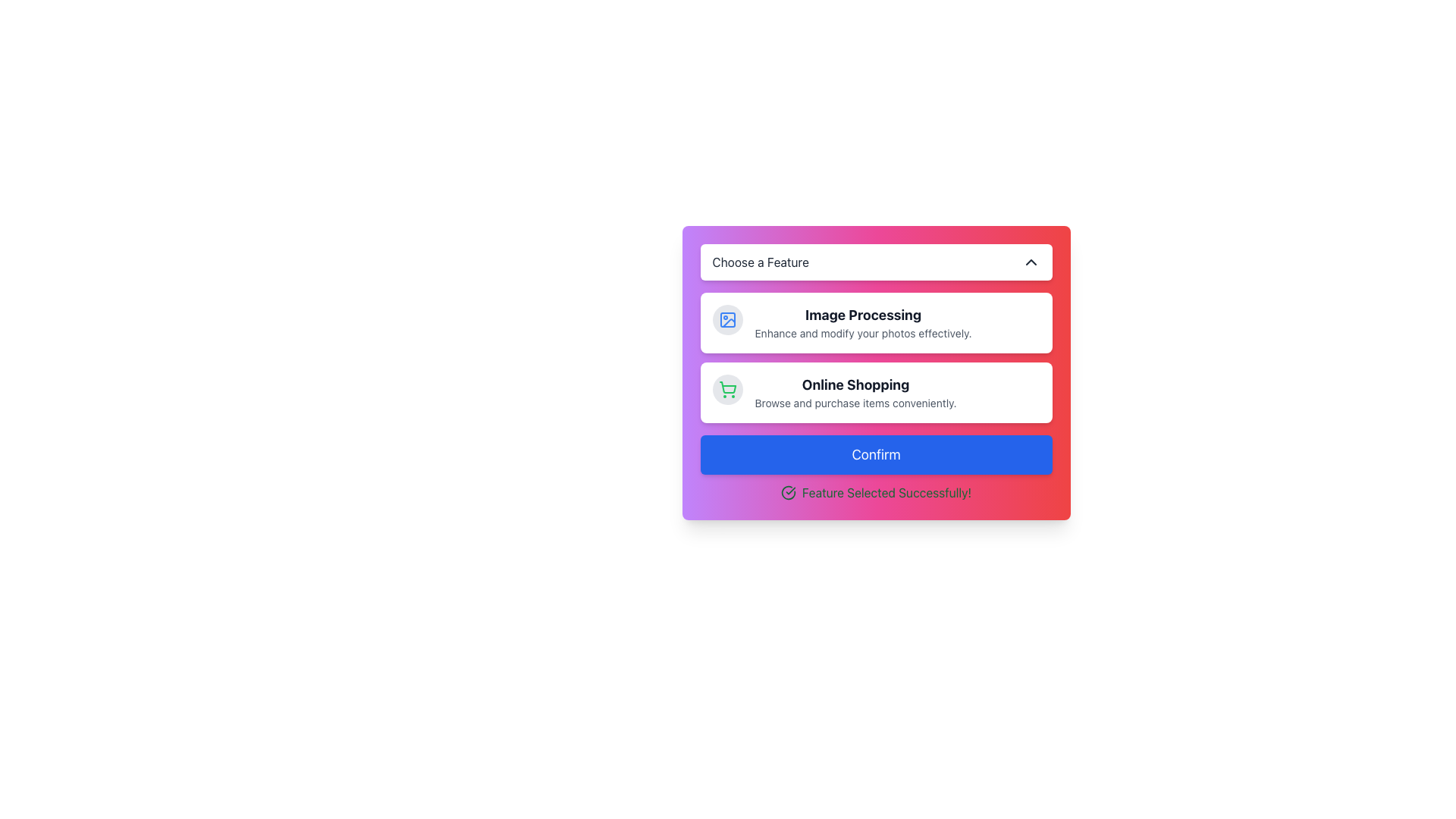 Image resolution: width=1456 pixels, height=819 pixels. What do you see at coordinates (1031, 262) in the screenshot?
I see `the upward-pointing arrow icon button located at the top-right corner of the 'Choose a Feature' section` at bounding box center [1031, 262].